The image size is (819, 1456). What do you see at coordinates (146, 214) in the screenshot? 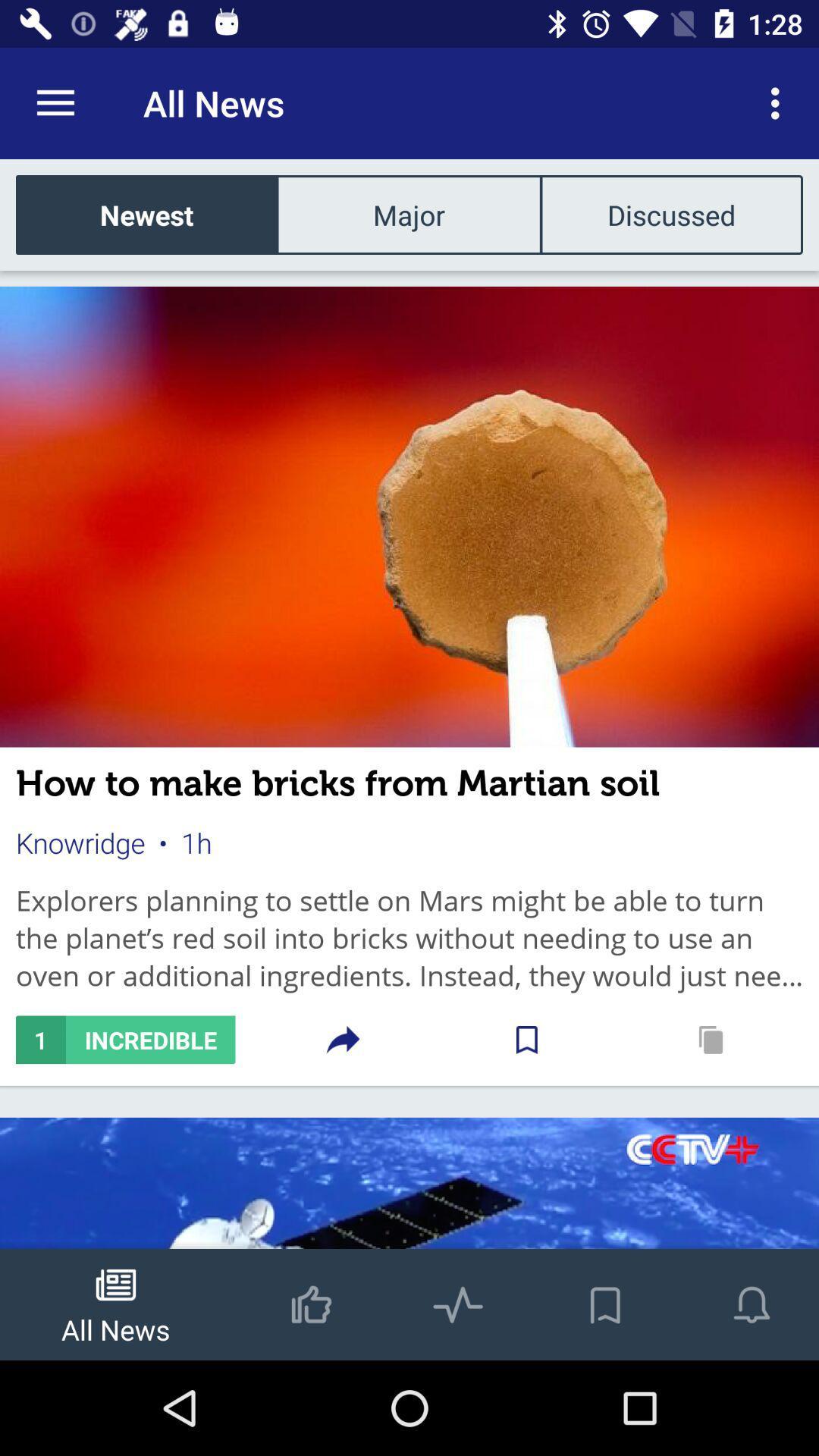
I see `the item to the left of major` at bounding box center [146, 214].